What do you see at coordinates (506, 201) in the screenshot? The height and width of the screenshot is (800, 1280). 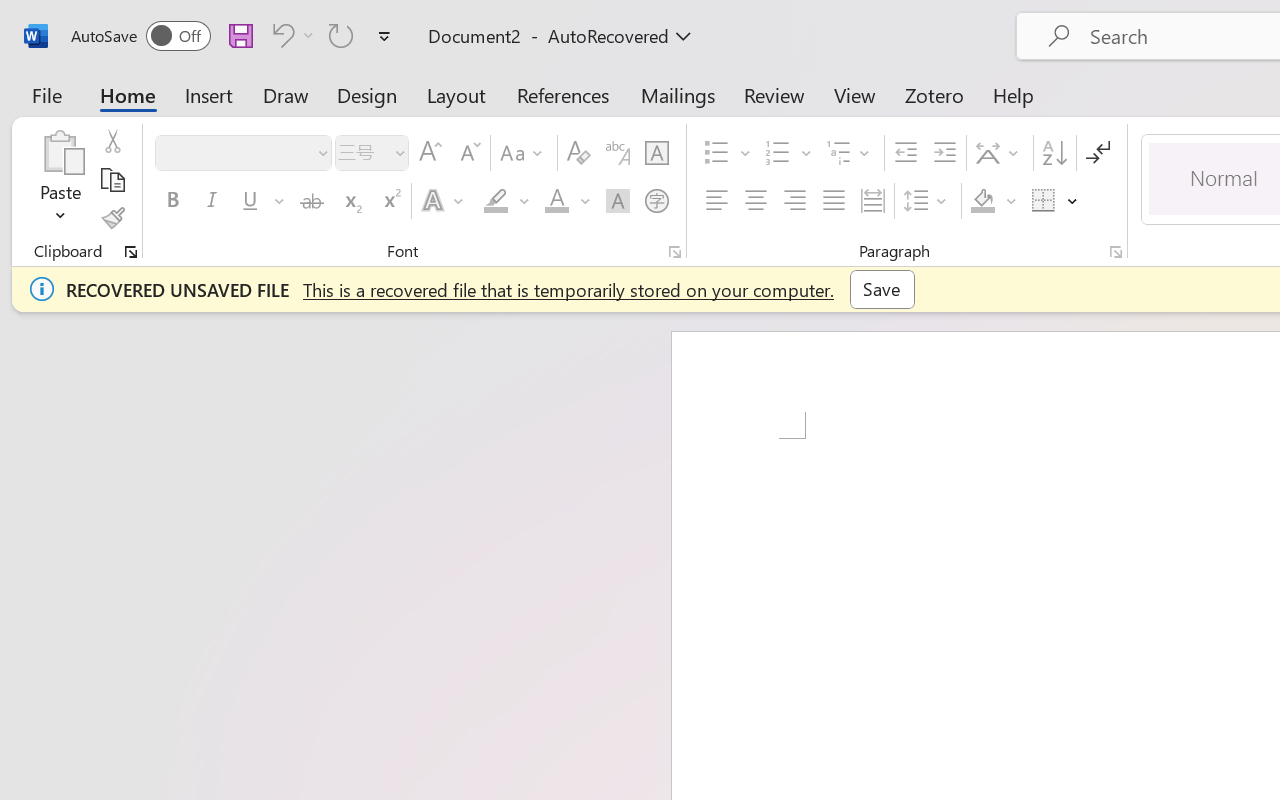 I see `'Text Highlight Color'` at bounding box center [506, 201].